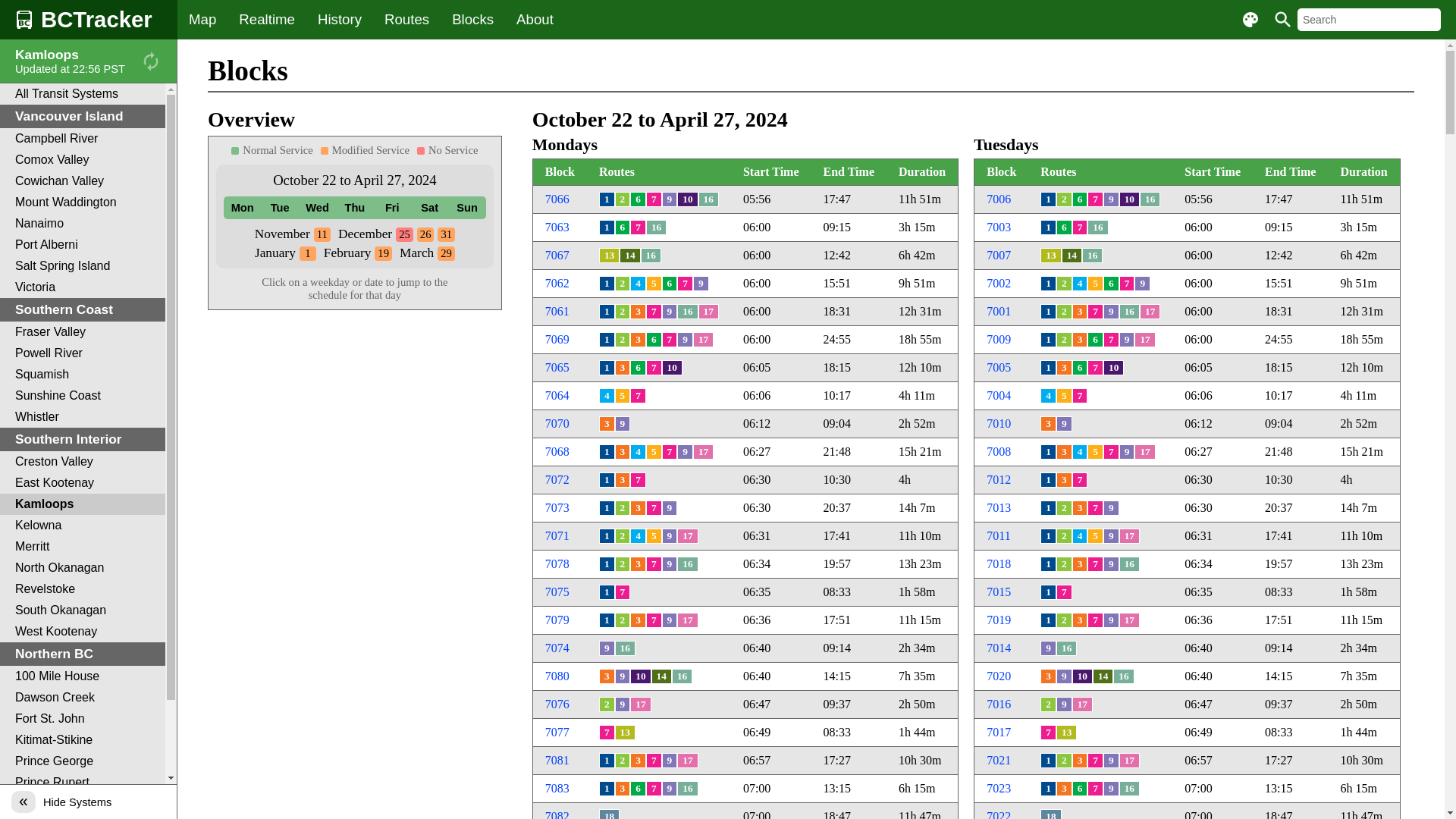 This screenshot has width=1456, height=819. Describe the element at coordinates (702, 338) in the screenshot. I see `'17'` at that location.